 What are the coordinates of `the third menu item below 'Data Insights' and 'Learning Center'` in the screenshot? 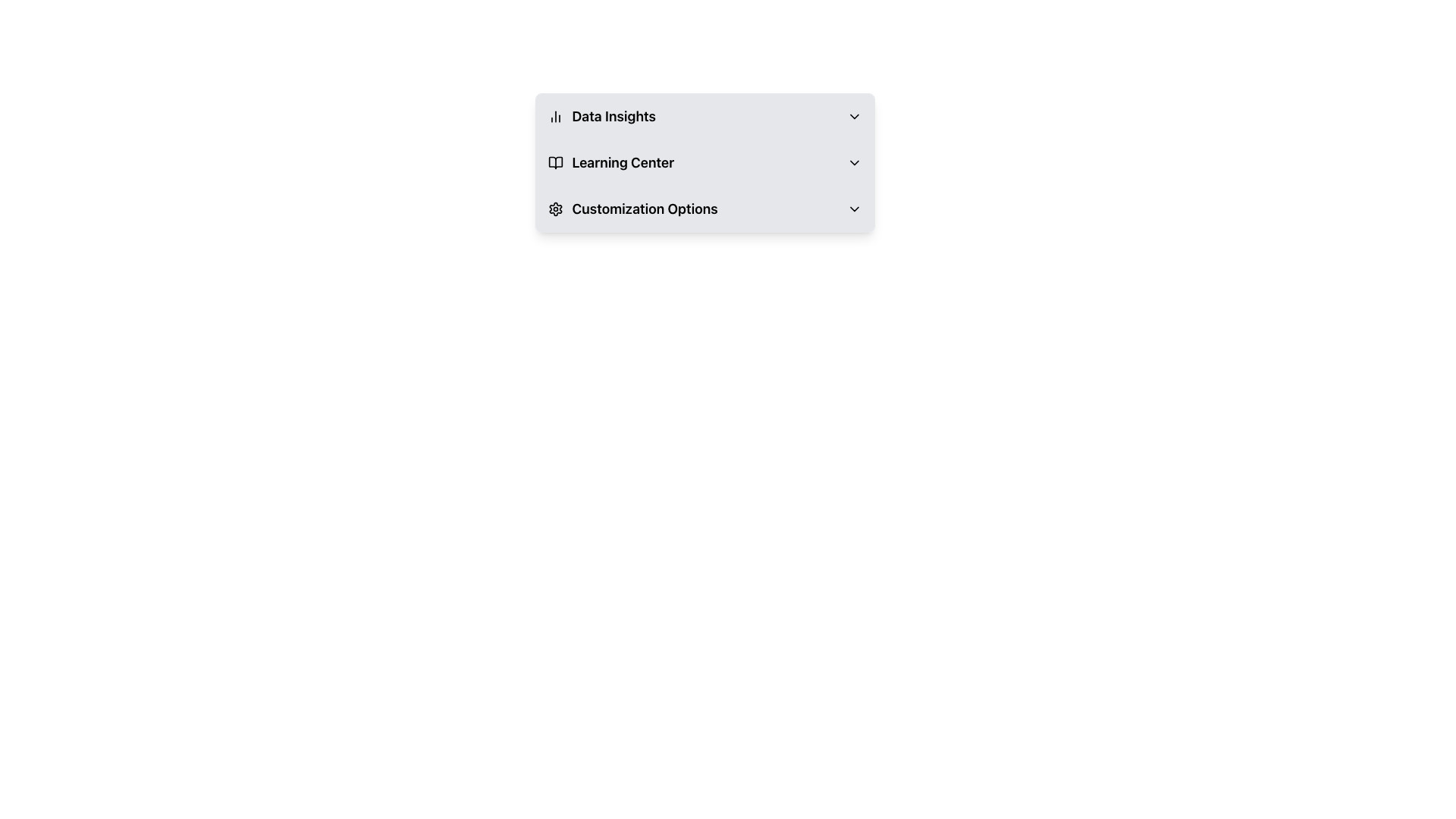 It's located at (632, 209).